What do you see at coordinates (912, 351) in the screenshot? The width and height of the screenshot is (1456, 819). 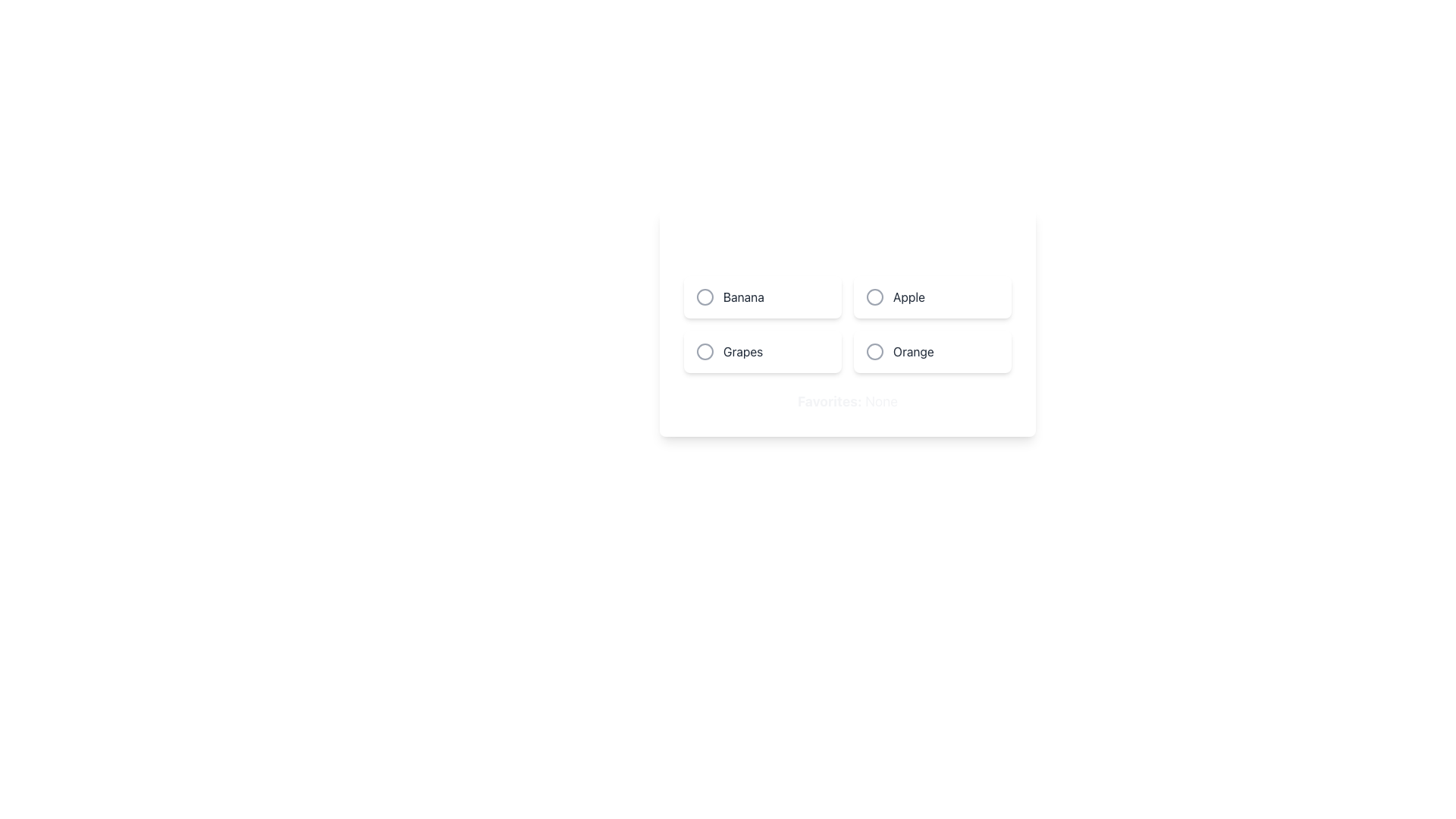 I see `the text label 'Orange' within the selectable radio button group, which is part of a white card with rounded edges` at bounding box center [912, 351].